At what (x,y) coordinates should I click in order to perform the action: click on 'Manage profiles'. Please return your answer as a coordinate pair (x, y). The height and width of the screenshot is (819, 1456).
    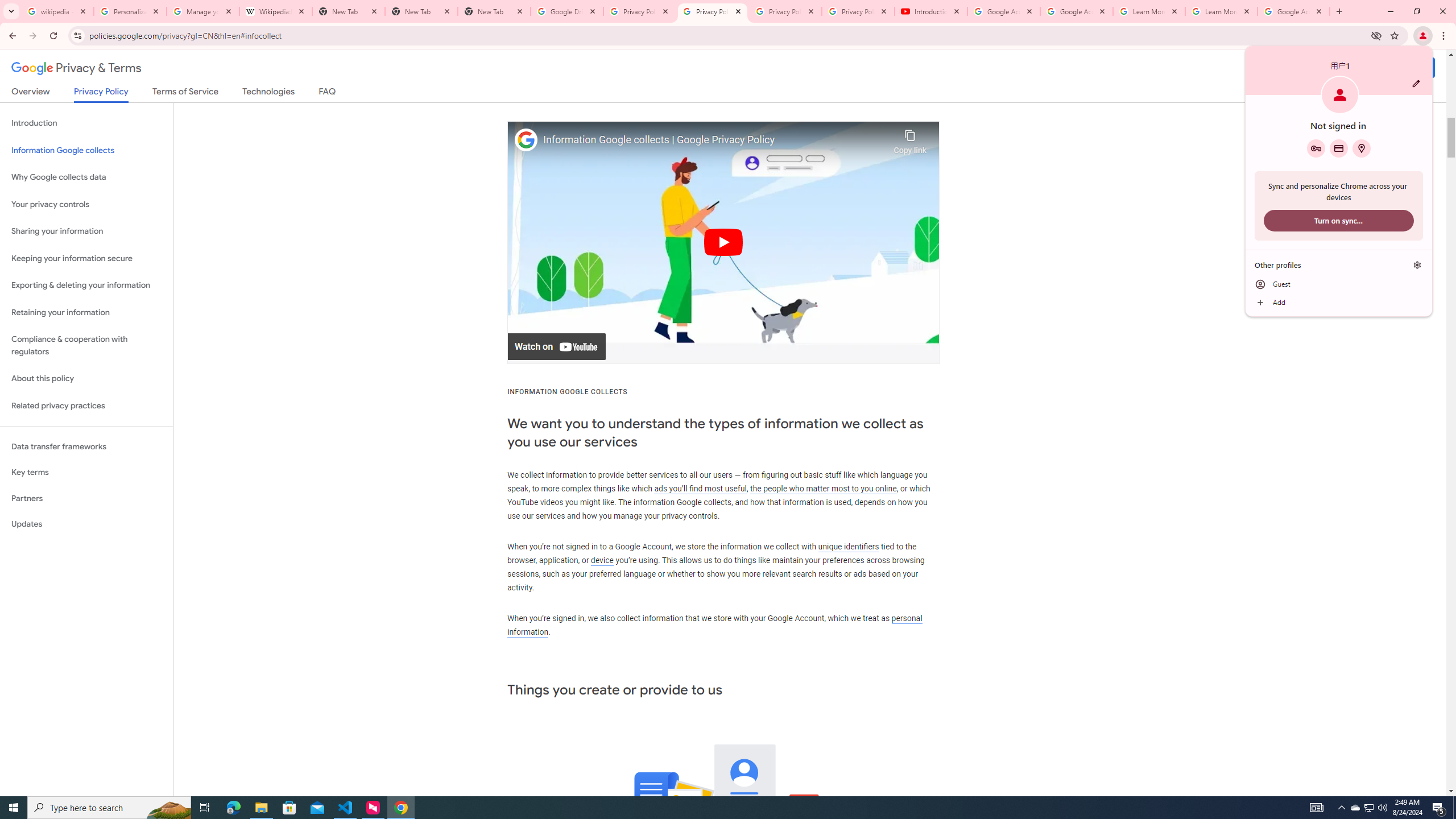
    Looking at the image, I should click on (1417, 265).